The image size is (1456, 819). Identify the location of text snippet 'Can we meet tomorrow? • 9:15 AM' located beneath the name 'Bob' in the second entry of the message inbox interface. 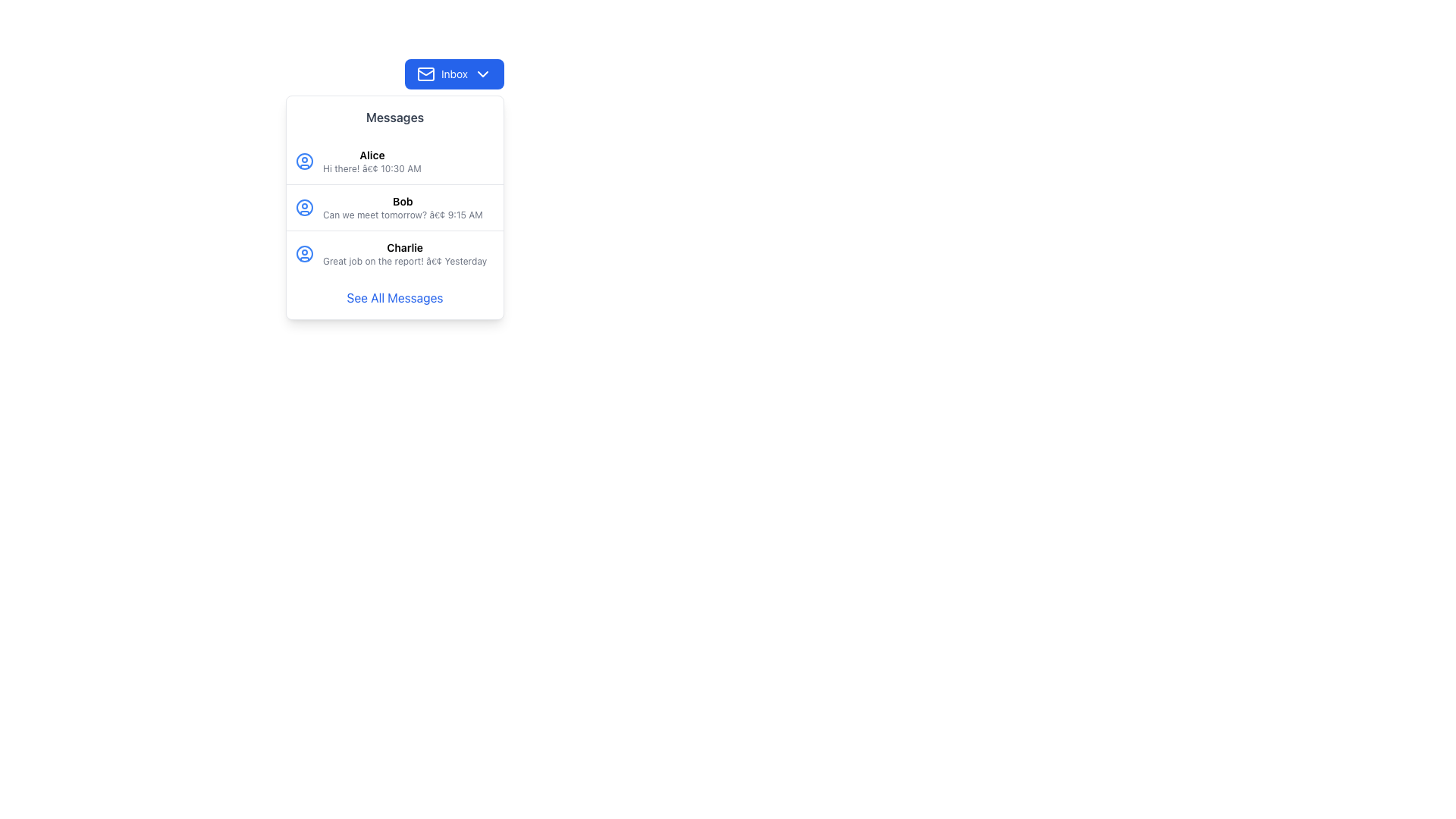
(403, 215).